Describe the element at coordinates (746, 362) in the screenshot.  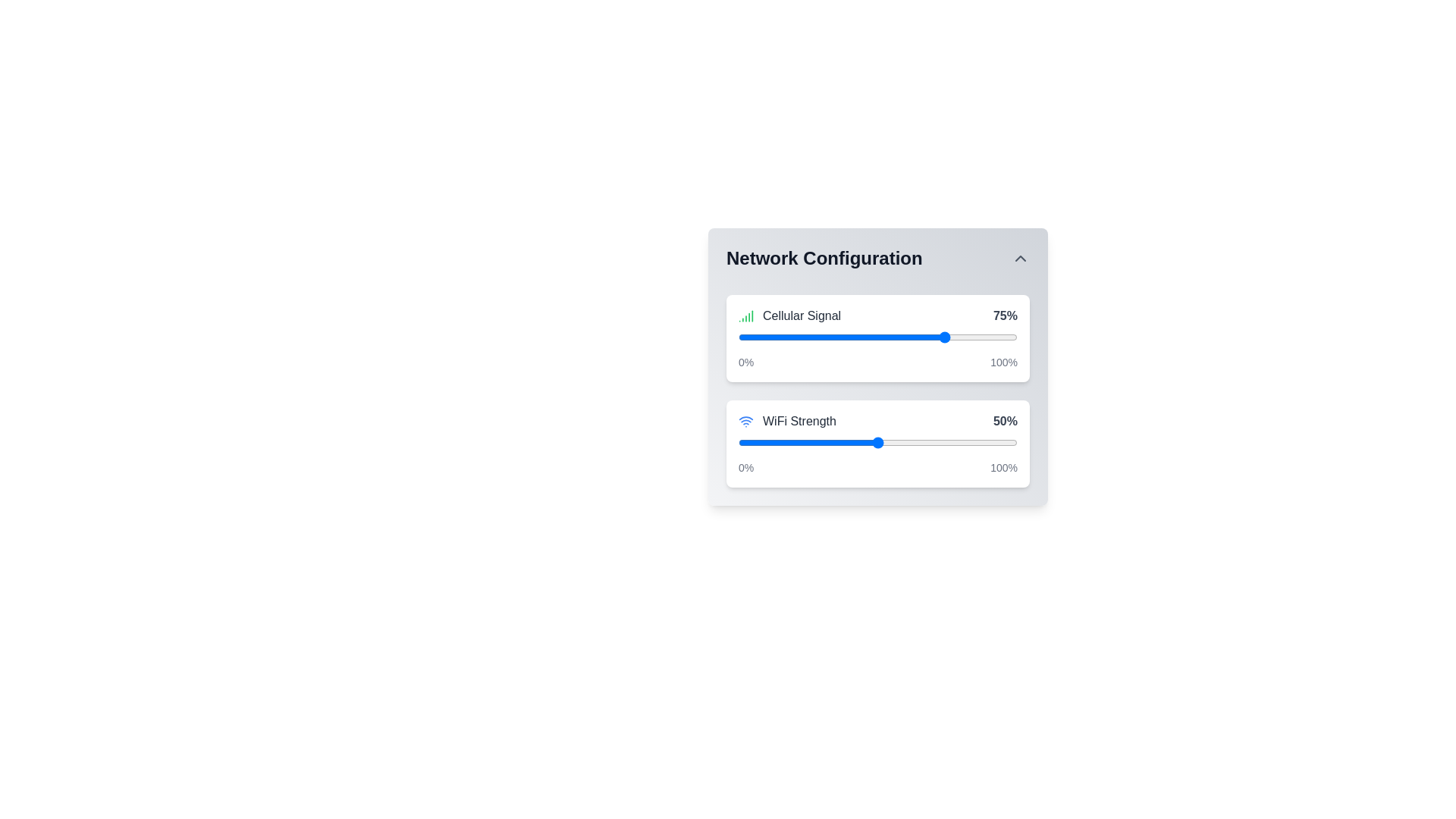
I see `the label displaying '0%' which is styled in a small gray font and is located on the left side of the WiFi Strength section` at that location.